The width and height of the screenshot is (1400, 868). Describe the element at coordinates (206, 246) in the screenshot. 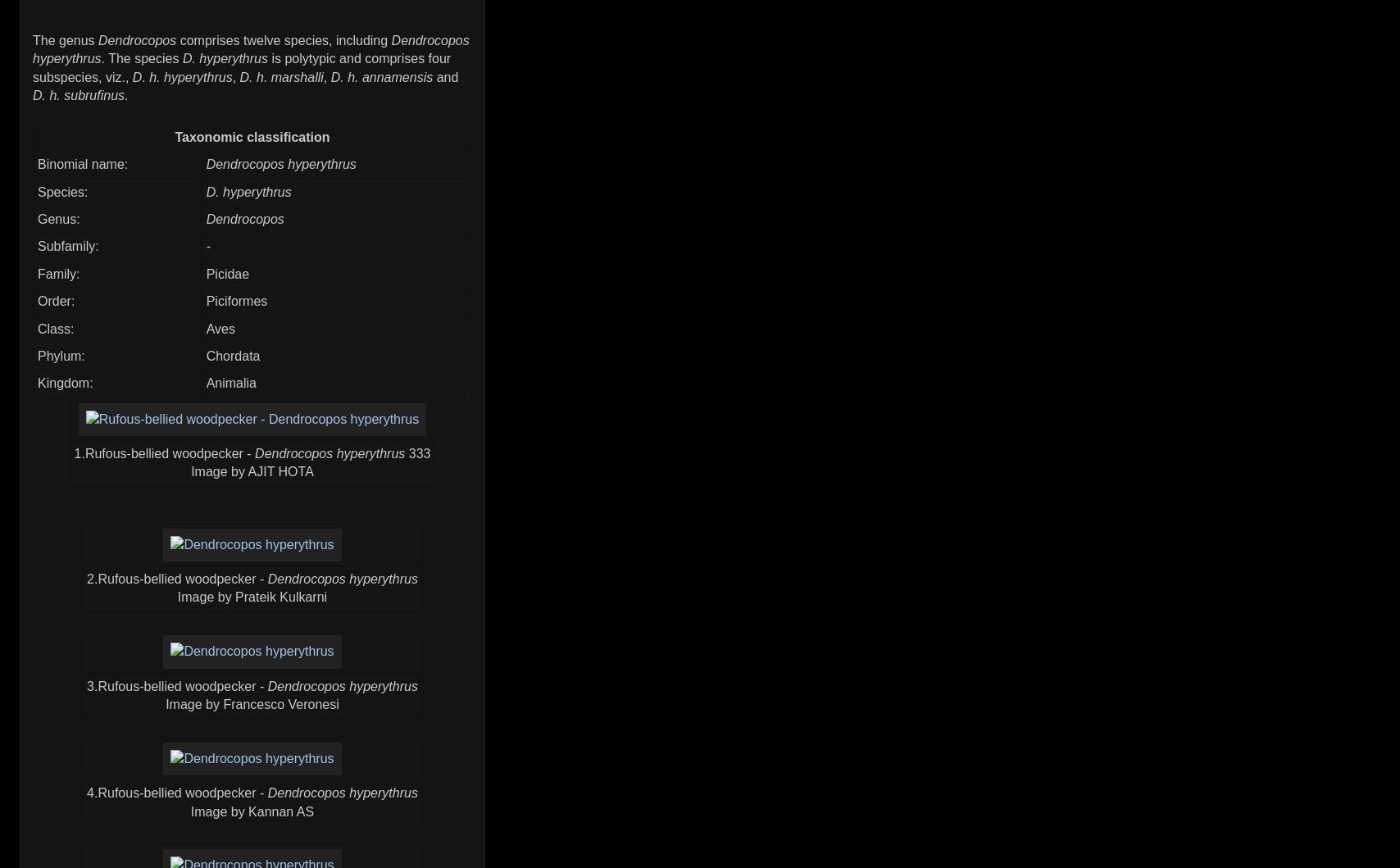

I see `'-'` at that location.